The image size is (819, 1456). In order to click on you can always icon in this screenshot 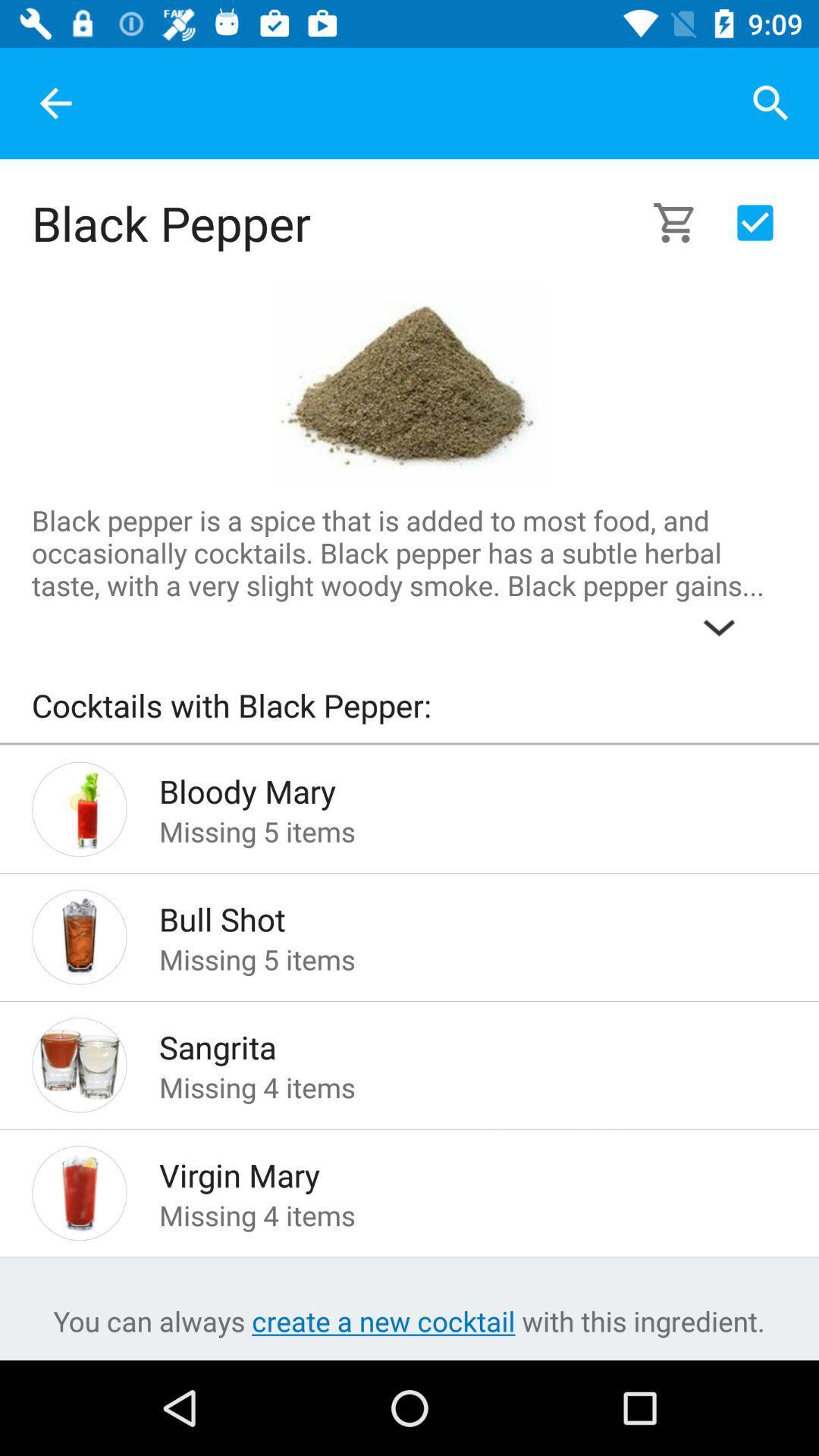, I will do `click(408, 1320)`.